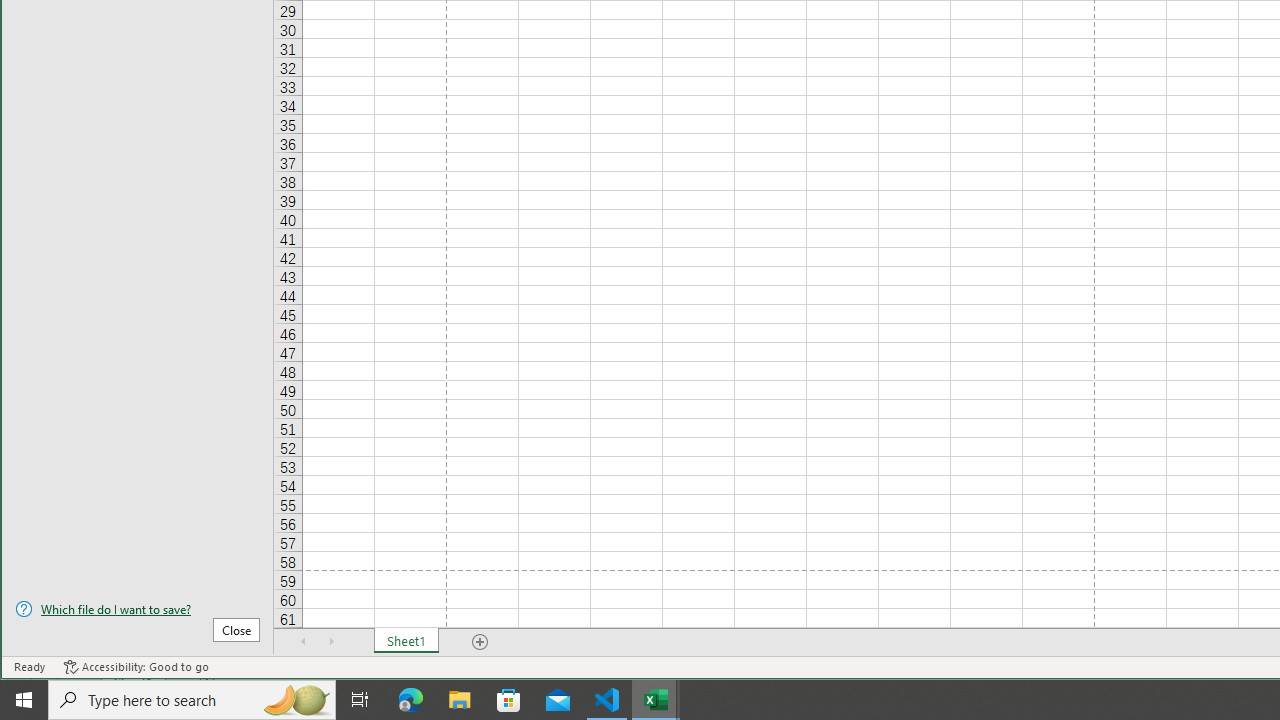  Describe the element at coordinates (294, 698) in the screenshot. I see `'Search highlights icon opens search home window'` at that location.